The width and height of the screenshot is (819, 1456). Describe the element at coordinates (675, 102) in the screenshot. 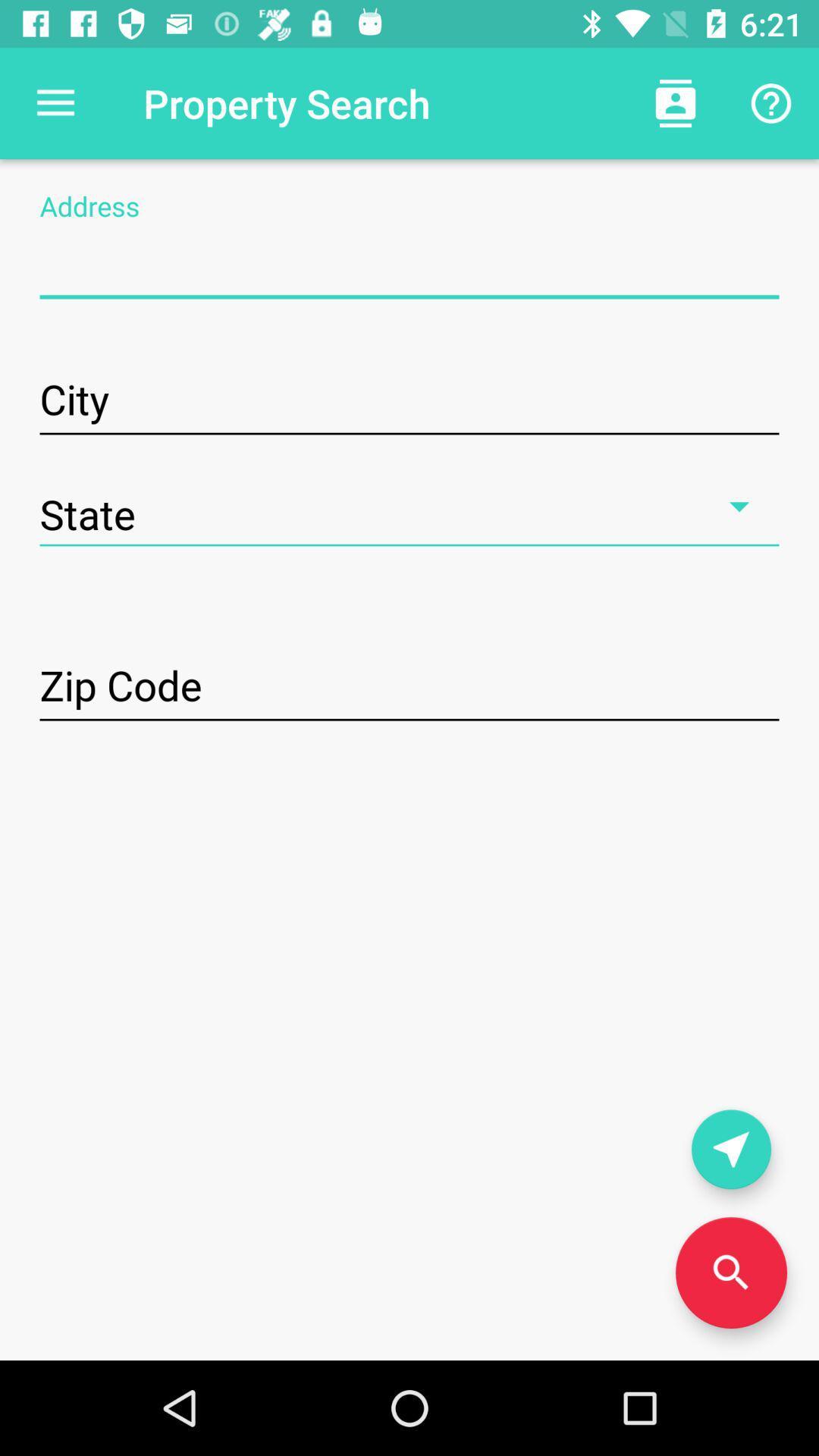

I see `item to the right of property search icon` at that location.